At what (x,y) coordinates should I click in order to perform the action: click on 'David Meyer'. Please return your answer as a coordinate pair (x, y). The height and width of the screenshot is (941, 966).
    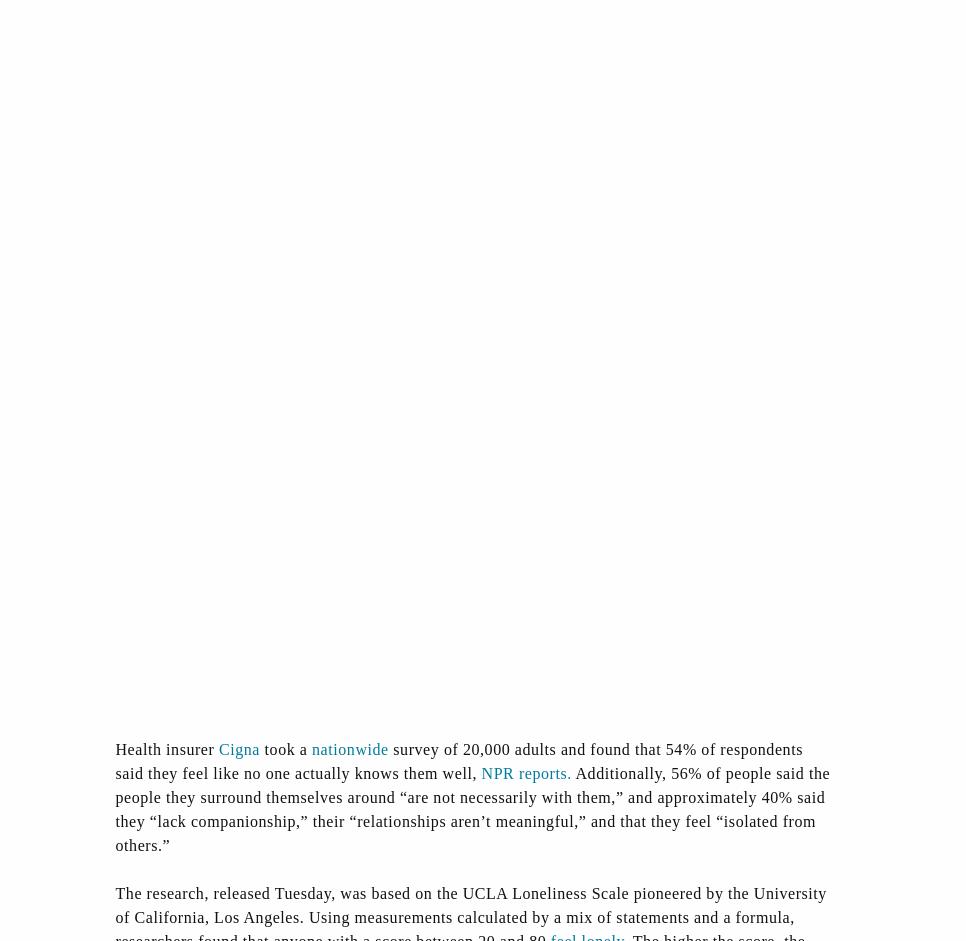
    Looking at the image, I should click on (363, 331).